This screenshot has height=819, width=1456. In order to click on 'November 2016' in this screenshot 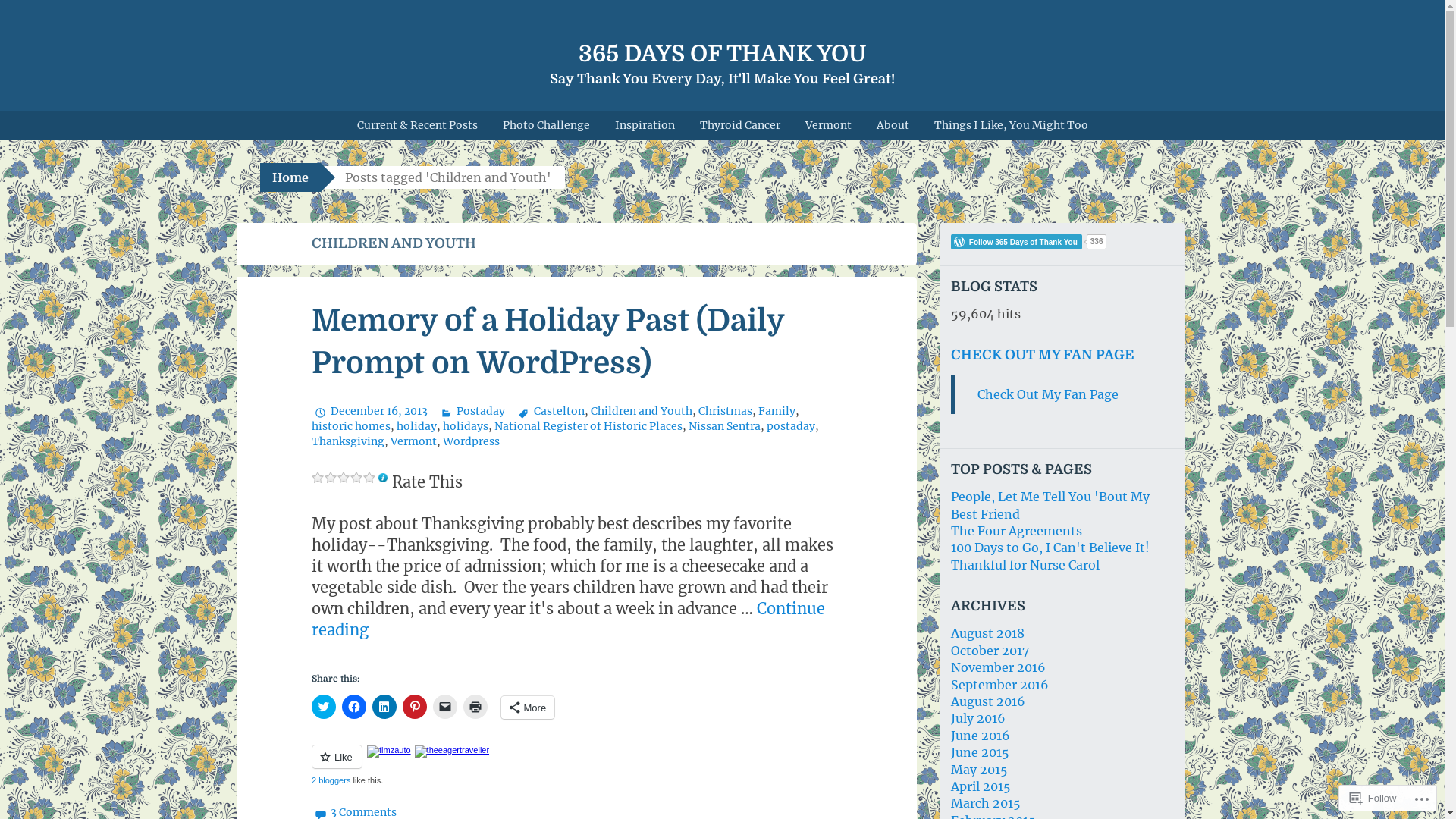, I will do `click(998, 666)`.